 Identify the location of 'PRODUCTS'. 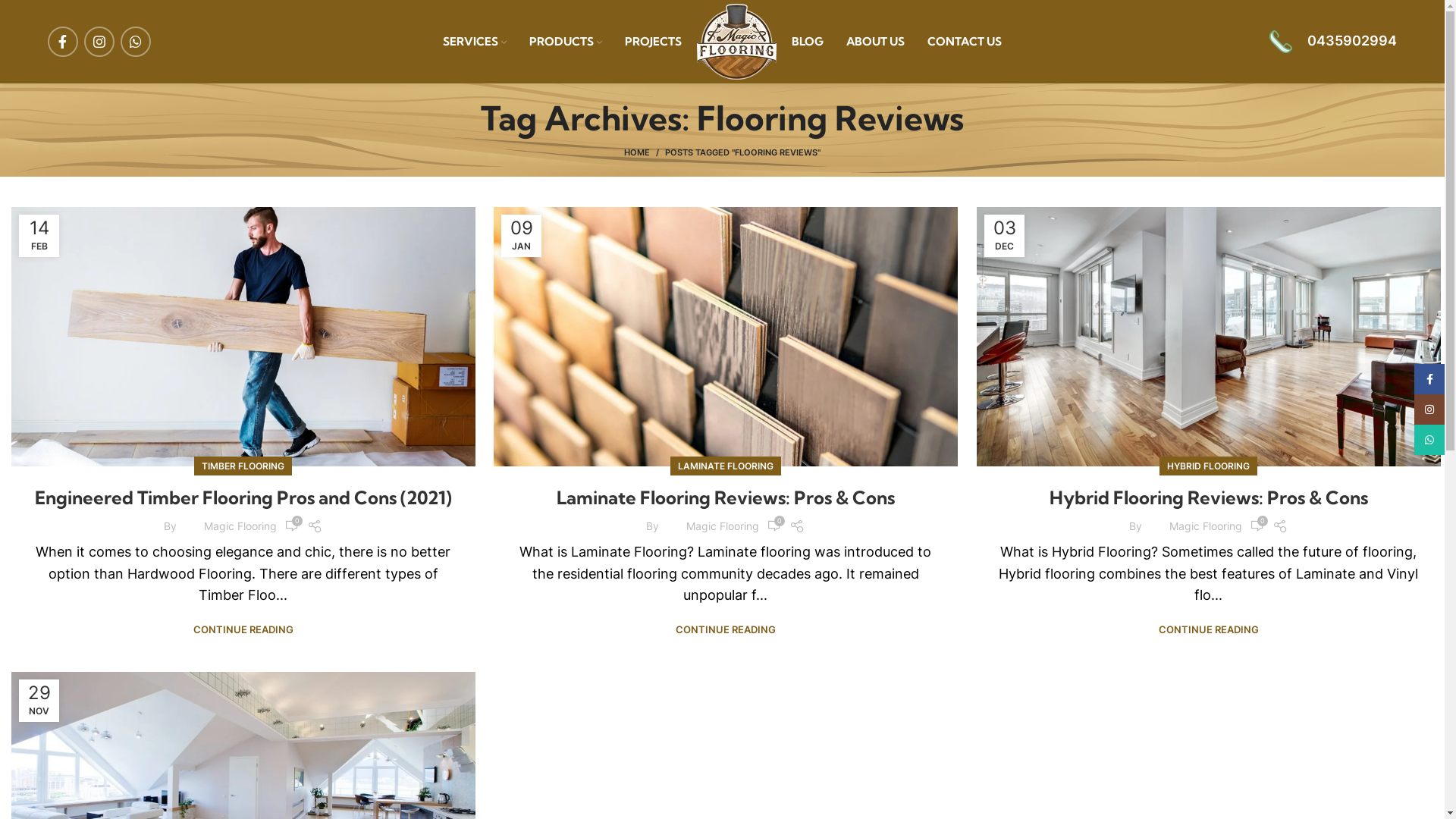
(564, 40).